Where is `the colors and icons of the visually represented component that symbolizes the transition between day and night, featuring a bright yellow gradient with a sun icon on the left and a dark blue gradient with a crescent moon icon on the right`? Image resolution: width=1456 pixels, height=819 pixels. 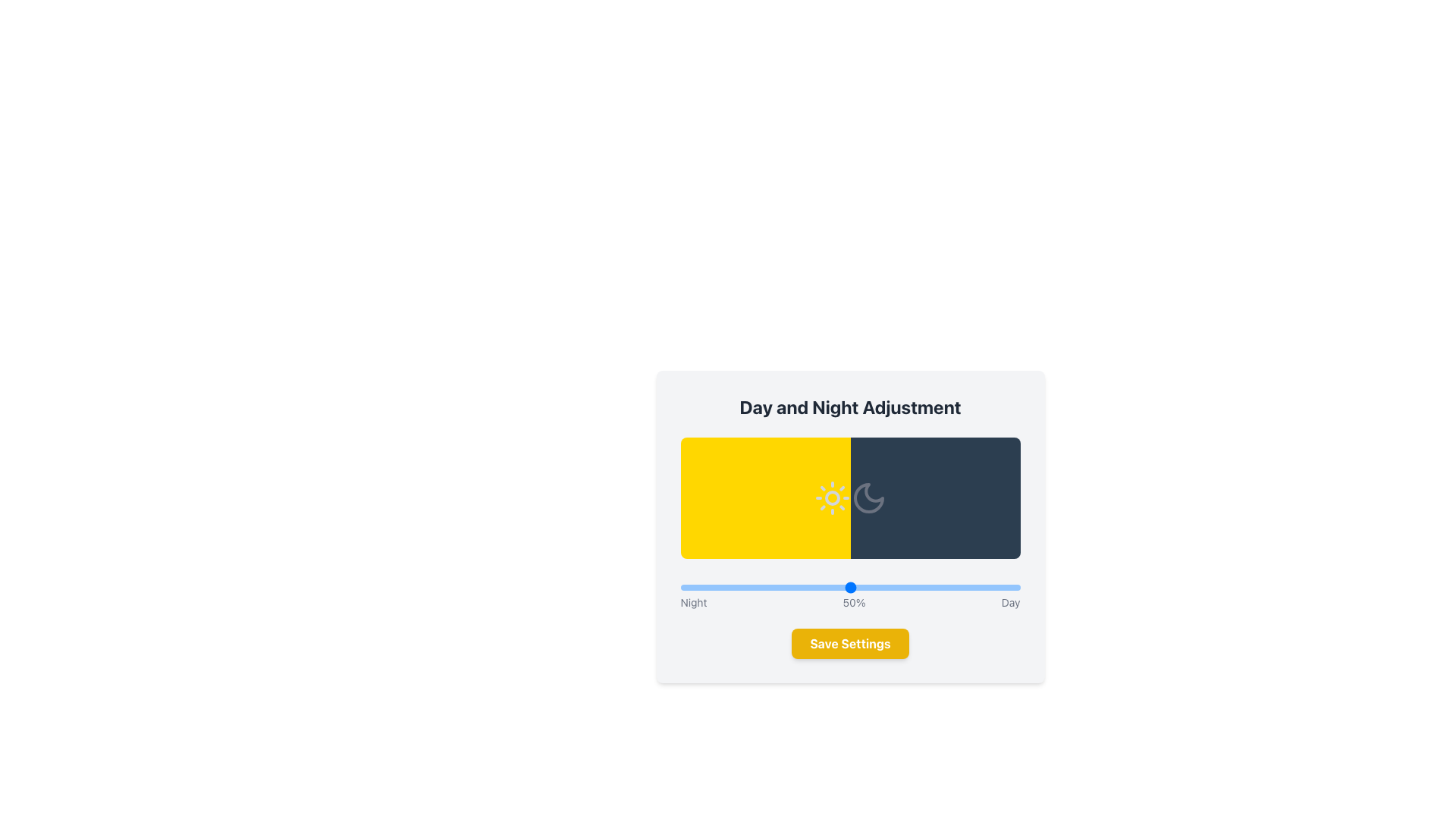
the colors and icons of the visually represented component that symbolizes the transition between day and night, featuring a bright yellow gradient with a sun icon on the left and a dark blue gradient with a crescent moon icon on the right is located at coordinates (850, 497).